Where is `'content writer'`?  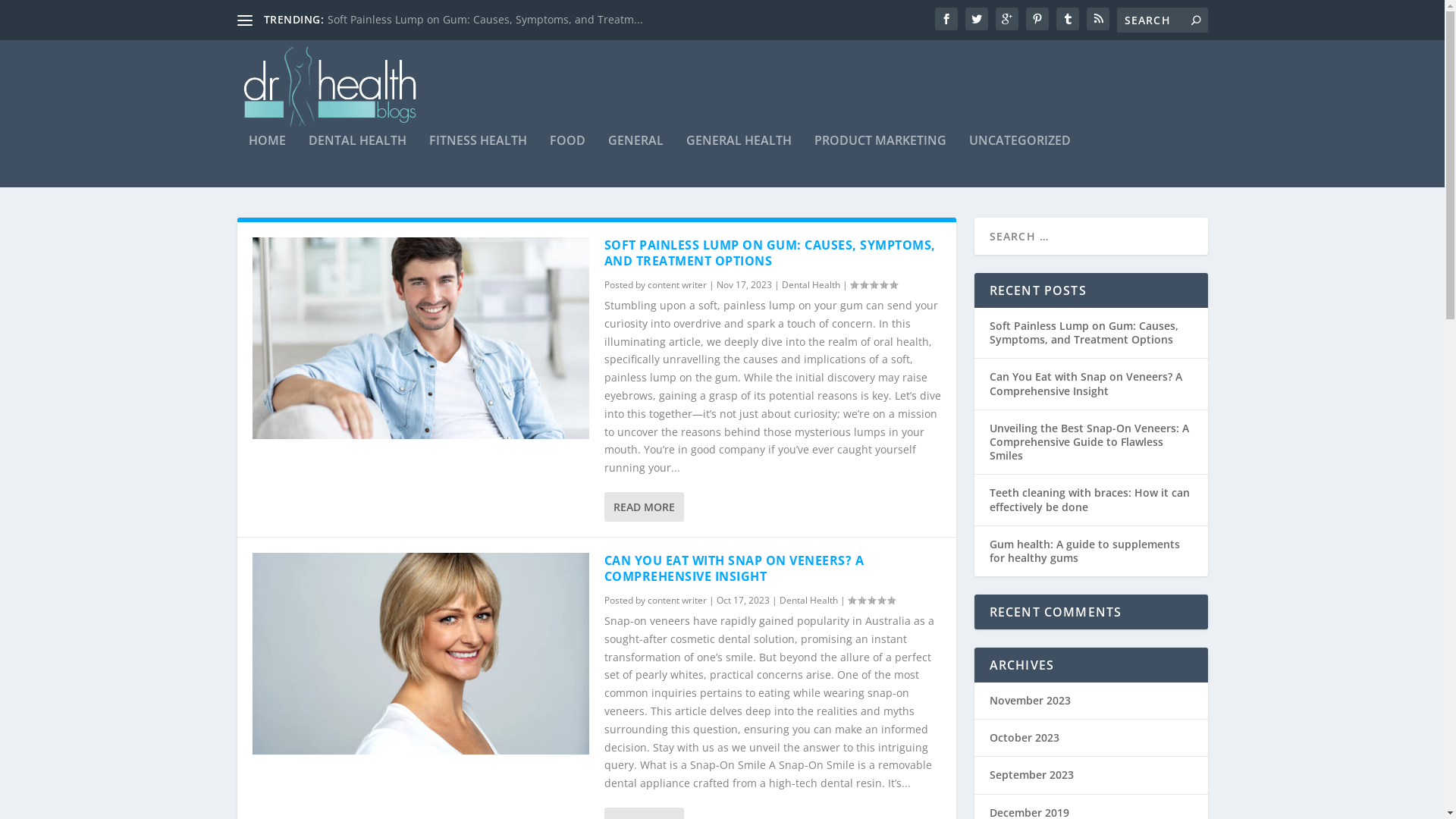 'content writer' is located at coordinates (648, 599).